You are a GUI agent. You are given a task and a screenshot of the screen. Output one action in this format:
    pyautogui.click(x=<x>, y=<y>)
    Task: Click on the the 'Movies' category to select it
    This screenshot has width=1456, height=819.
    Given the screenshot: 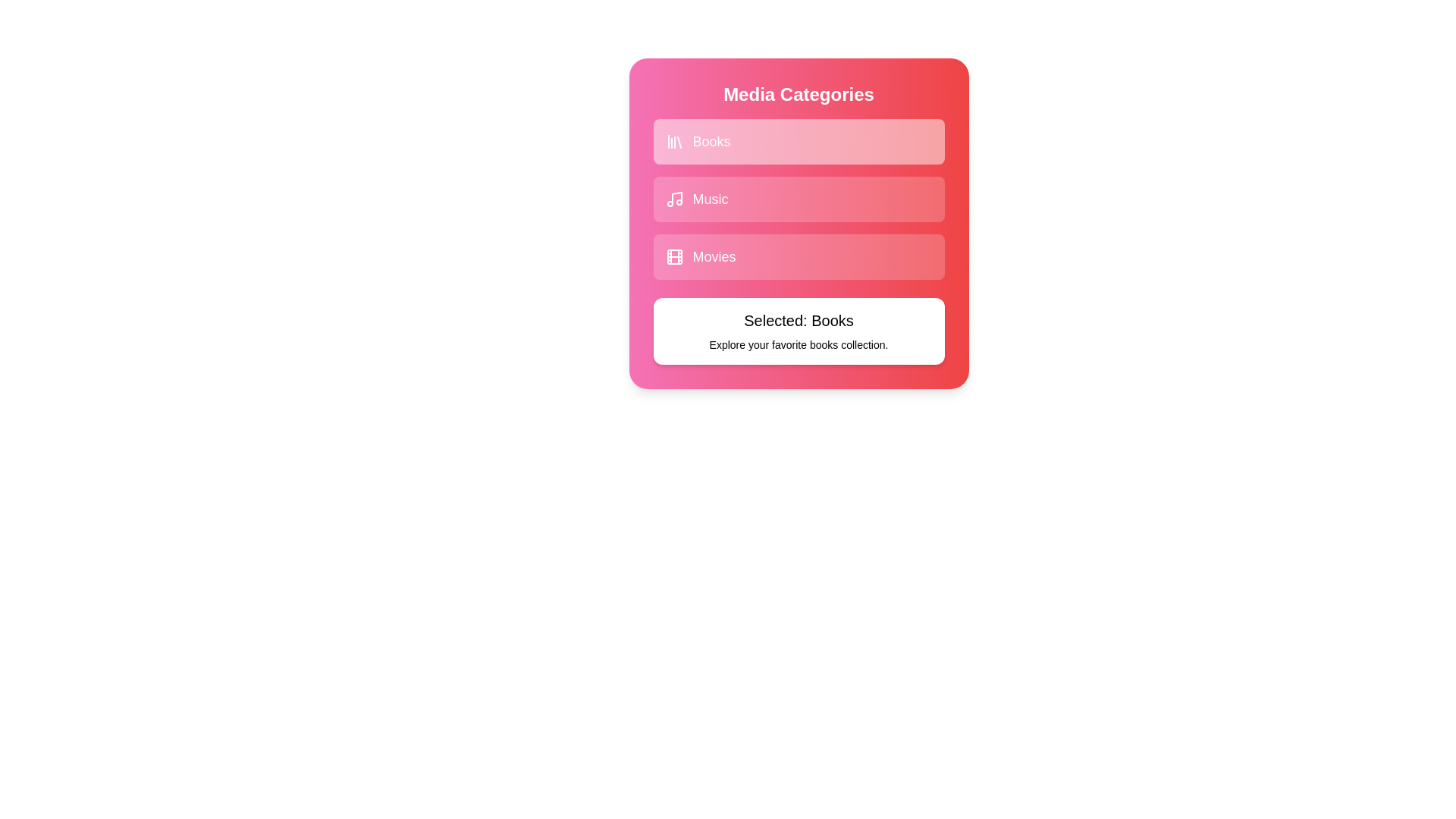 What is the action you would take?
    pyautogui.click(x=798, y=256)
    